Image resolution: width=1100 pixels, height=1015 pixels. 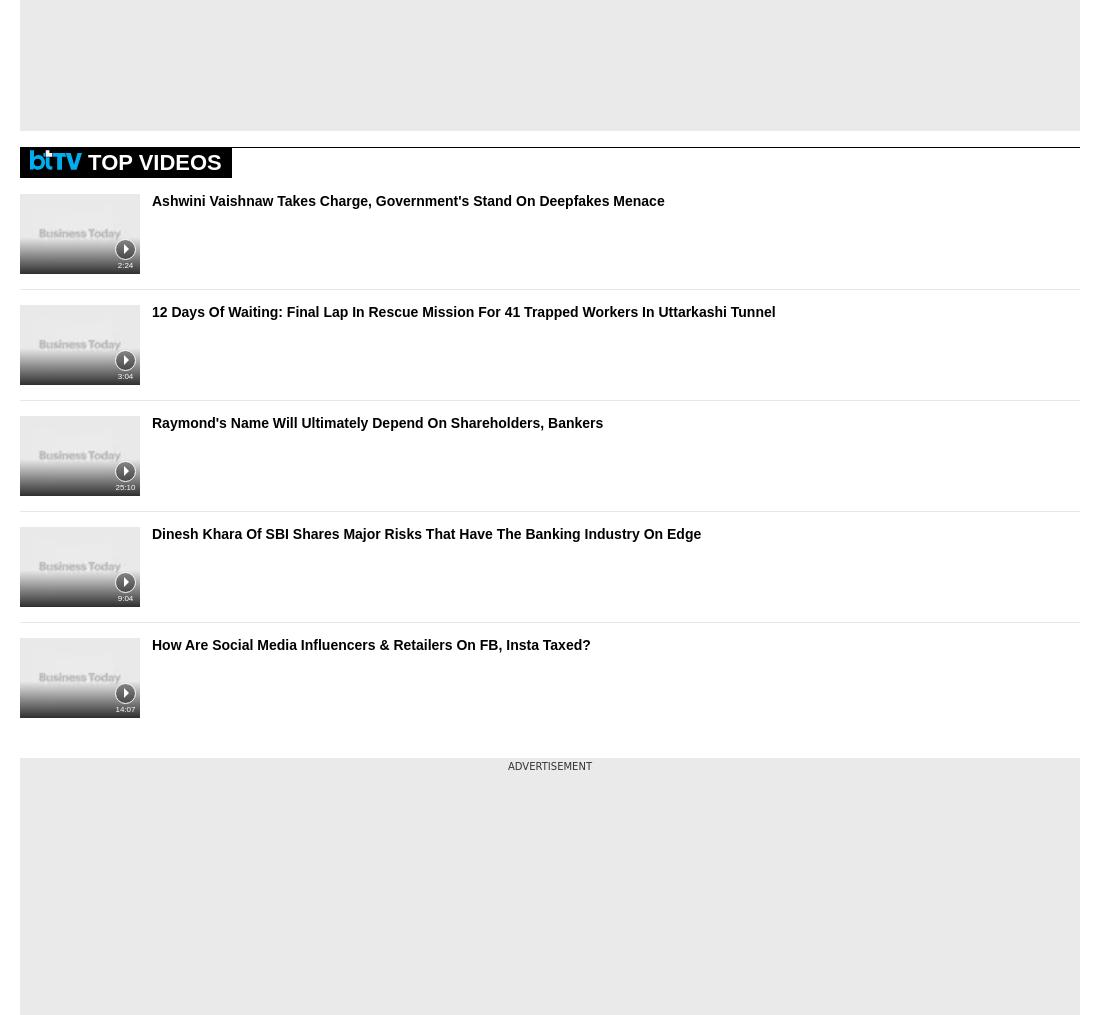 I want to click on 'Ashwini Vaishnaw Takes Charge, Government's Stand On Deepfakes Menace', so click(x=407, y=198).